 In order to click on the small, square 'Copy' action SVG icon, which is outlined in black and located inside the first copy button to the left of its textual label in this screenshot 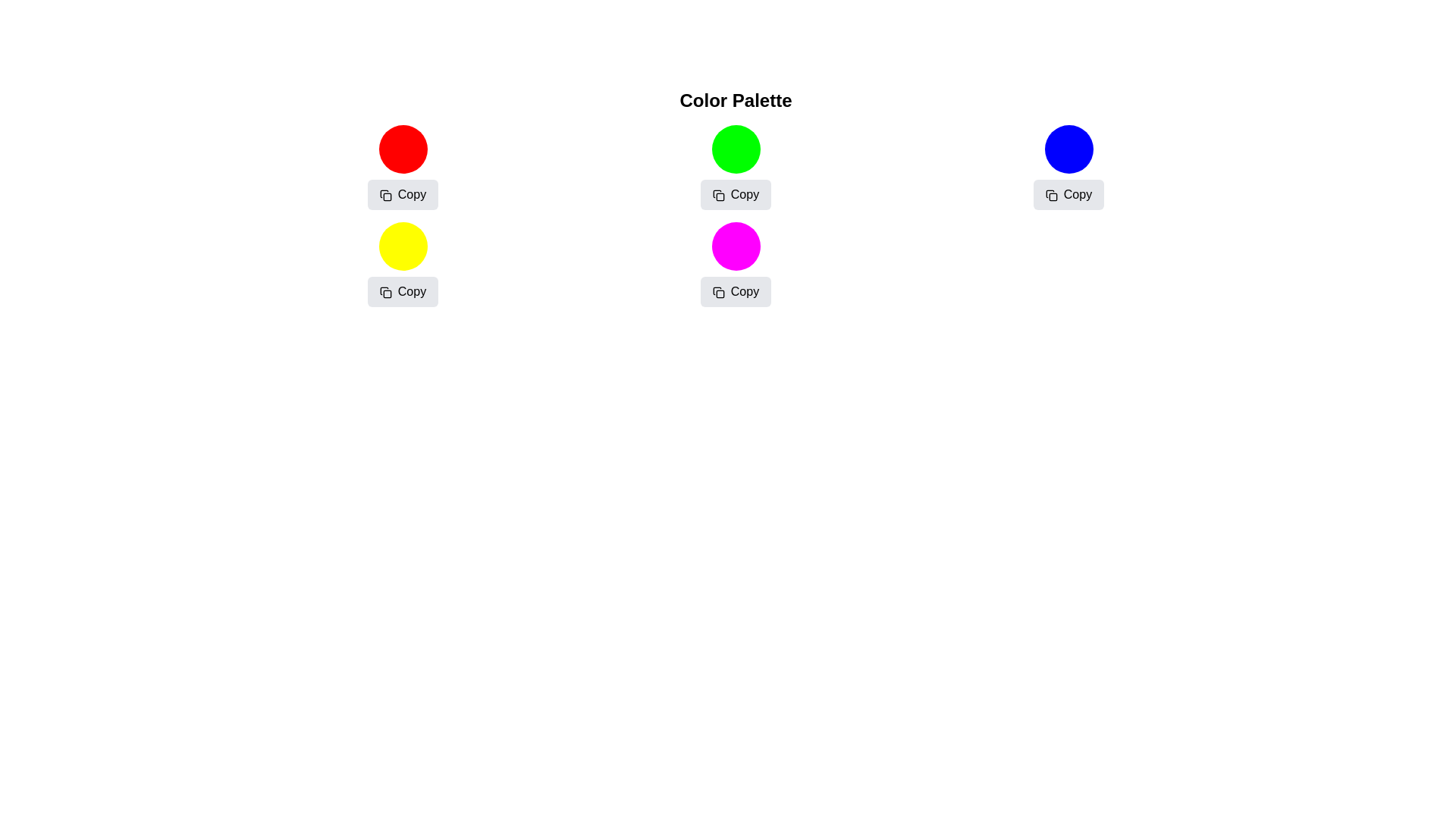, I will do `click(385, 194)`.